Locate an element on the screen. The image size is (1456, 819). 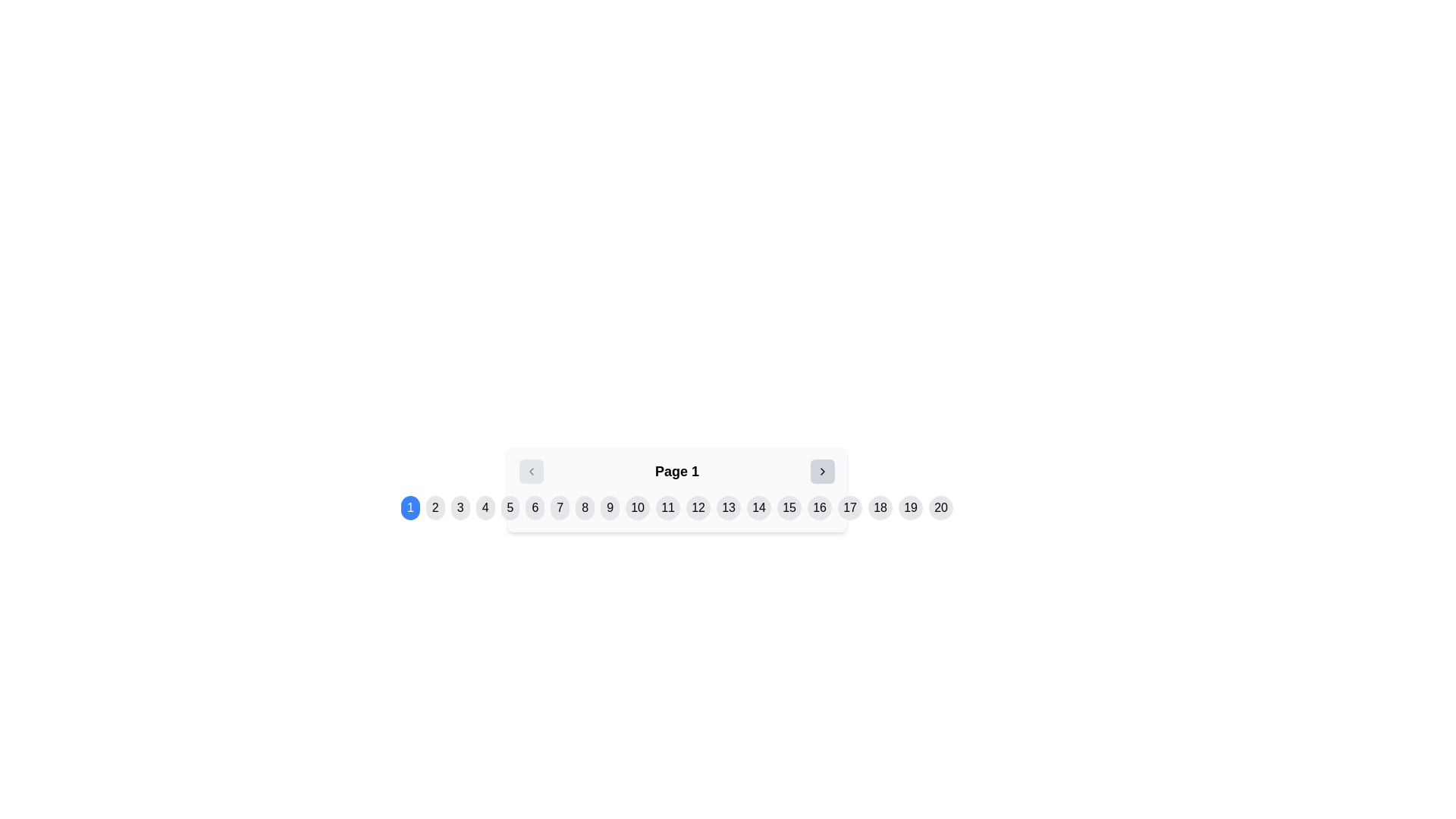
the 7th pagination button that allows users to select the 7th page in a pagination sequence, positioned between buttons labeled '6' and '8' is located at coordinates (559, 508).